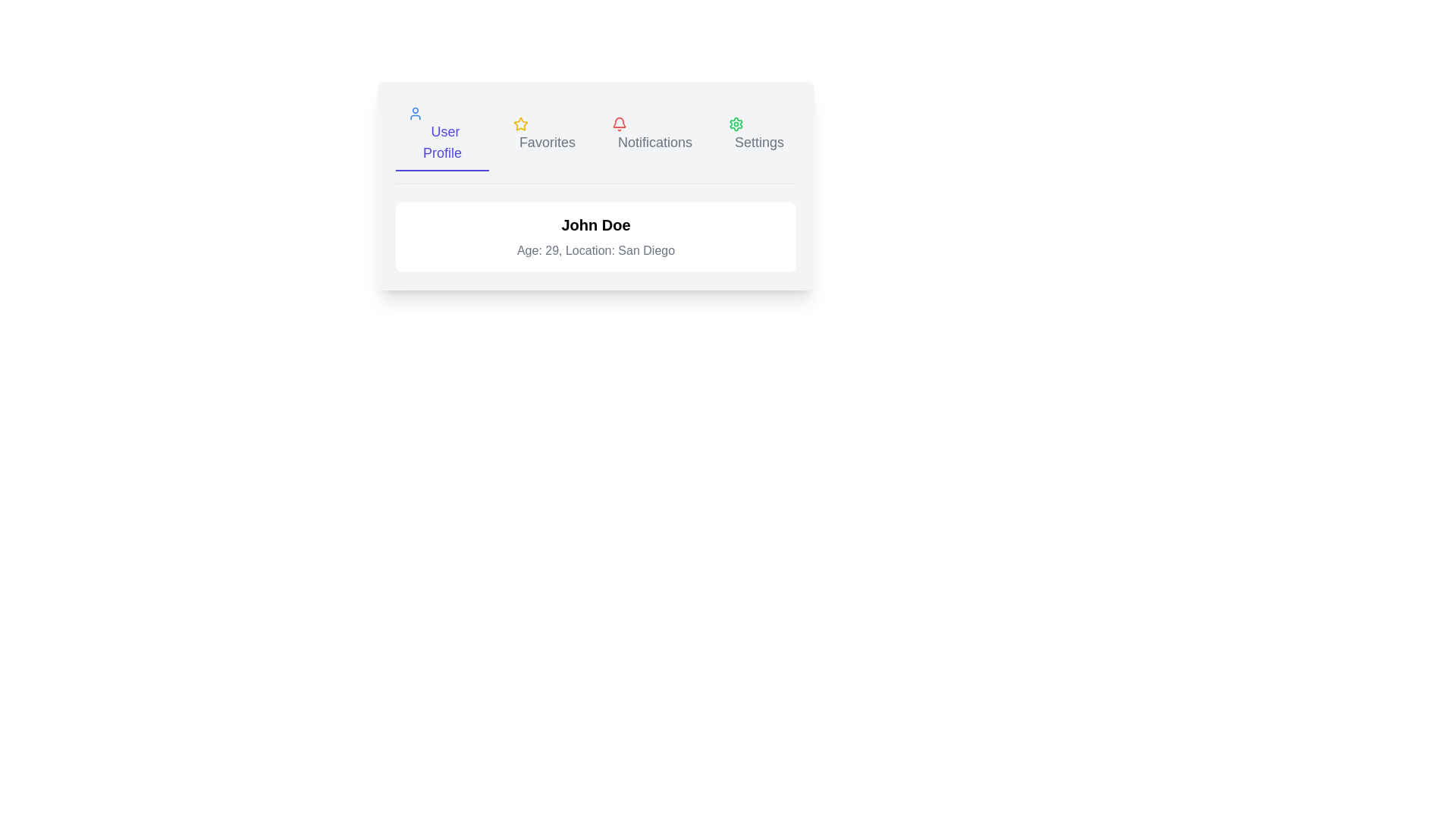  What do you see at coordinates (736, 124) in the screenshot?
I see `the gear icon located in the top right section of the interface, next to the 'Settings' text option` at bounding box center [736, 124].